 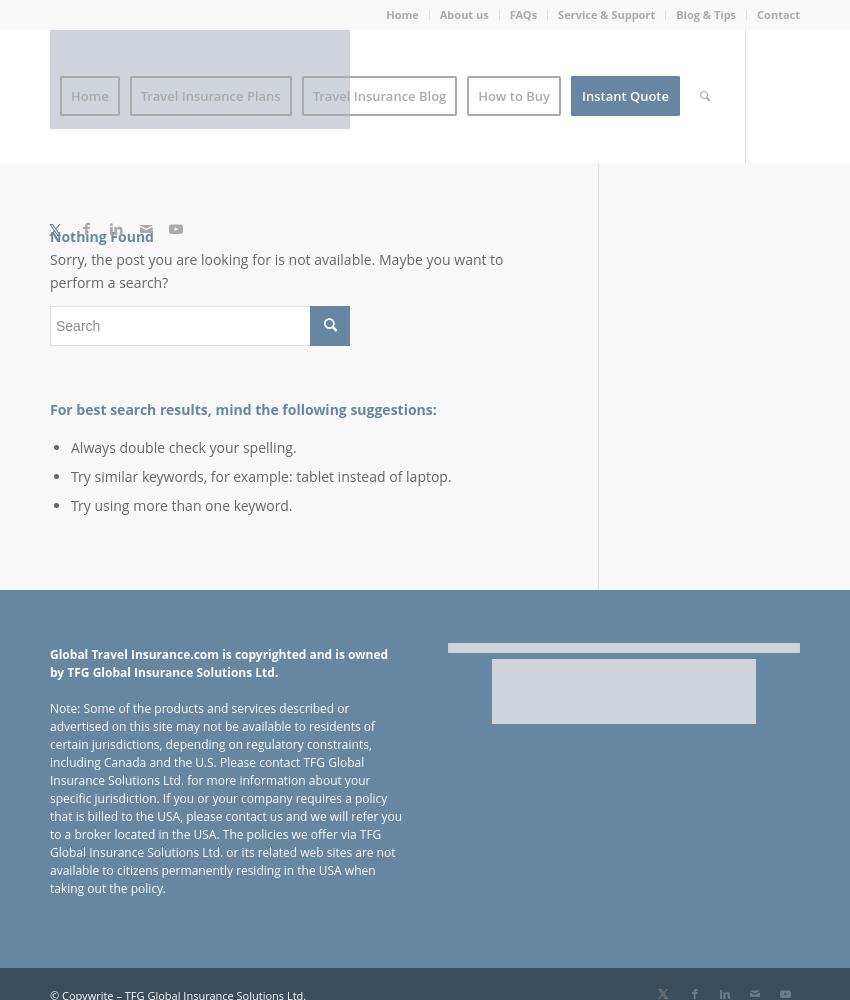 What do you see at coordinates (49, 663) in the screenshot?
I see `'Global Travel Insurance.com is copyrighted and is owned by TFG Global Insurance Solutions Ltd.'` at bounding box center [49, 663].